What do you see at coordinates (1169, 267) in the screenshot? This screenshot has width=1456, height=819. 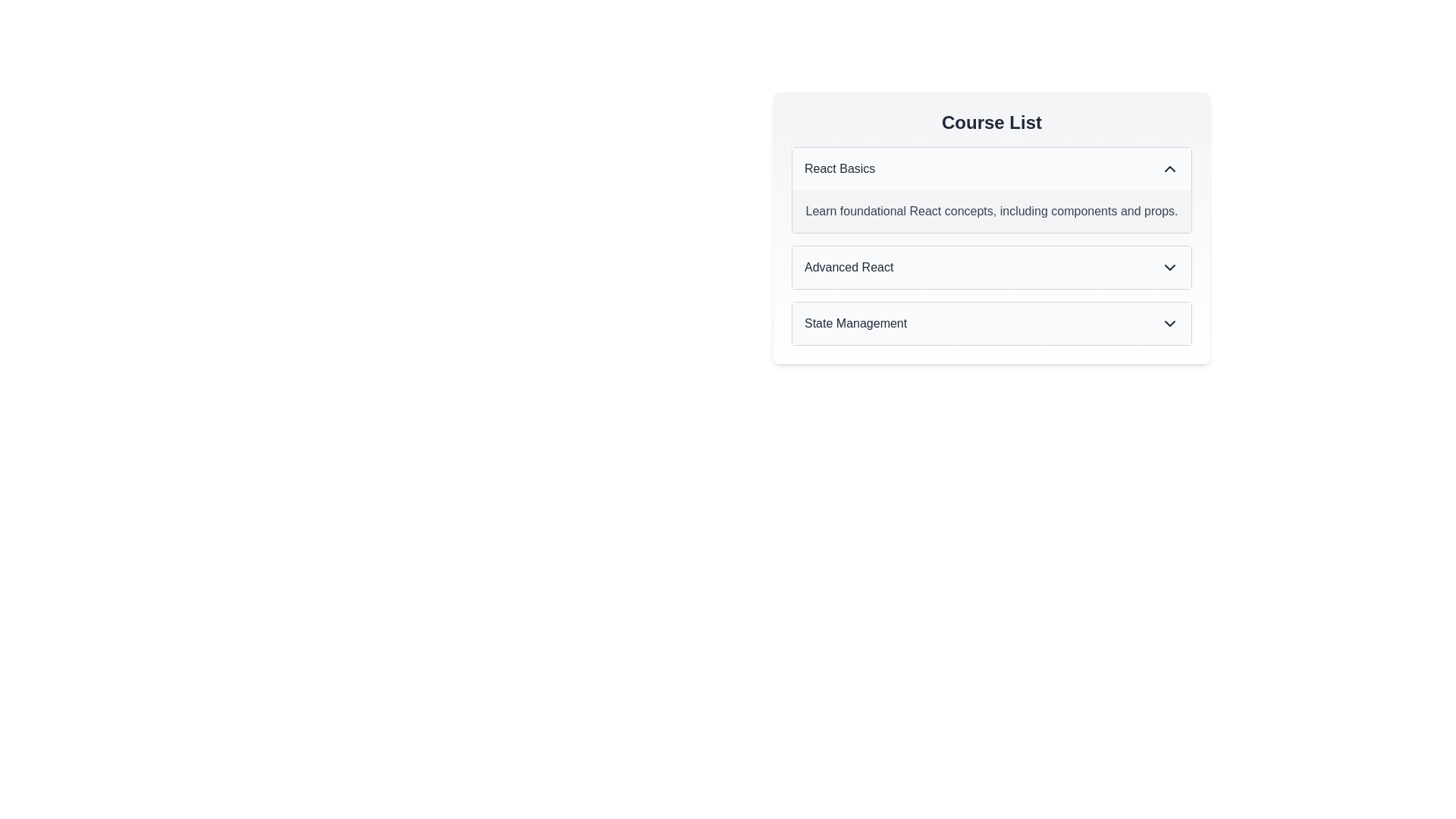 I see `the downward-pointing chevron SVG icon located in the 'Advanced React' section header to highlight it` at bounding box center [1169, 267].